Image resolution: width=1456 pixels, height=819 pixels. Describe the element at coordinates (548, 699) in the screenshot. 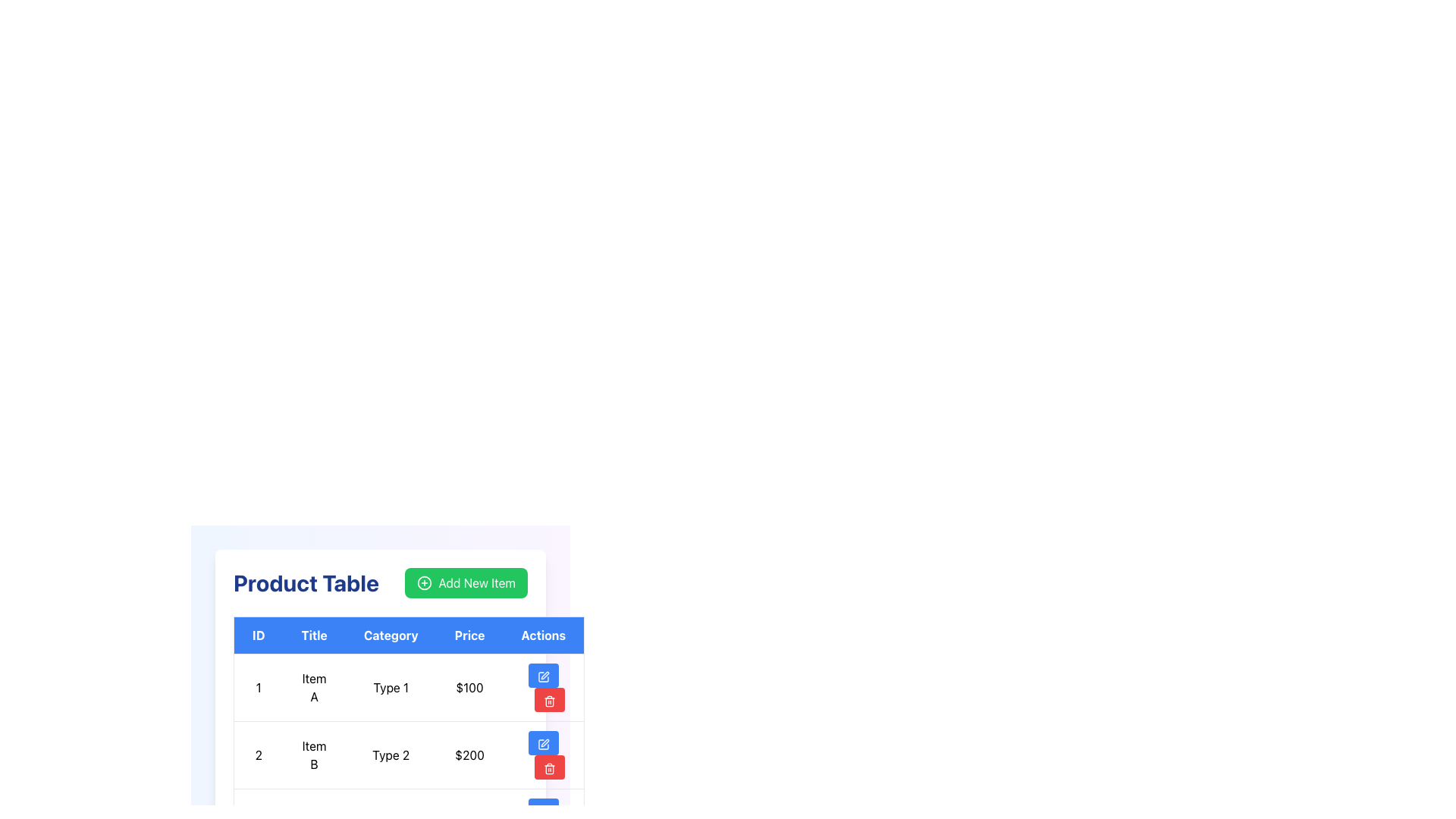

I see `the delete button located in the 'Actions' column of the second row in the product table` at that location.